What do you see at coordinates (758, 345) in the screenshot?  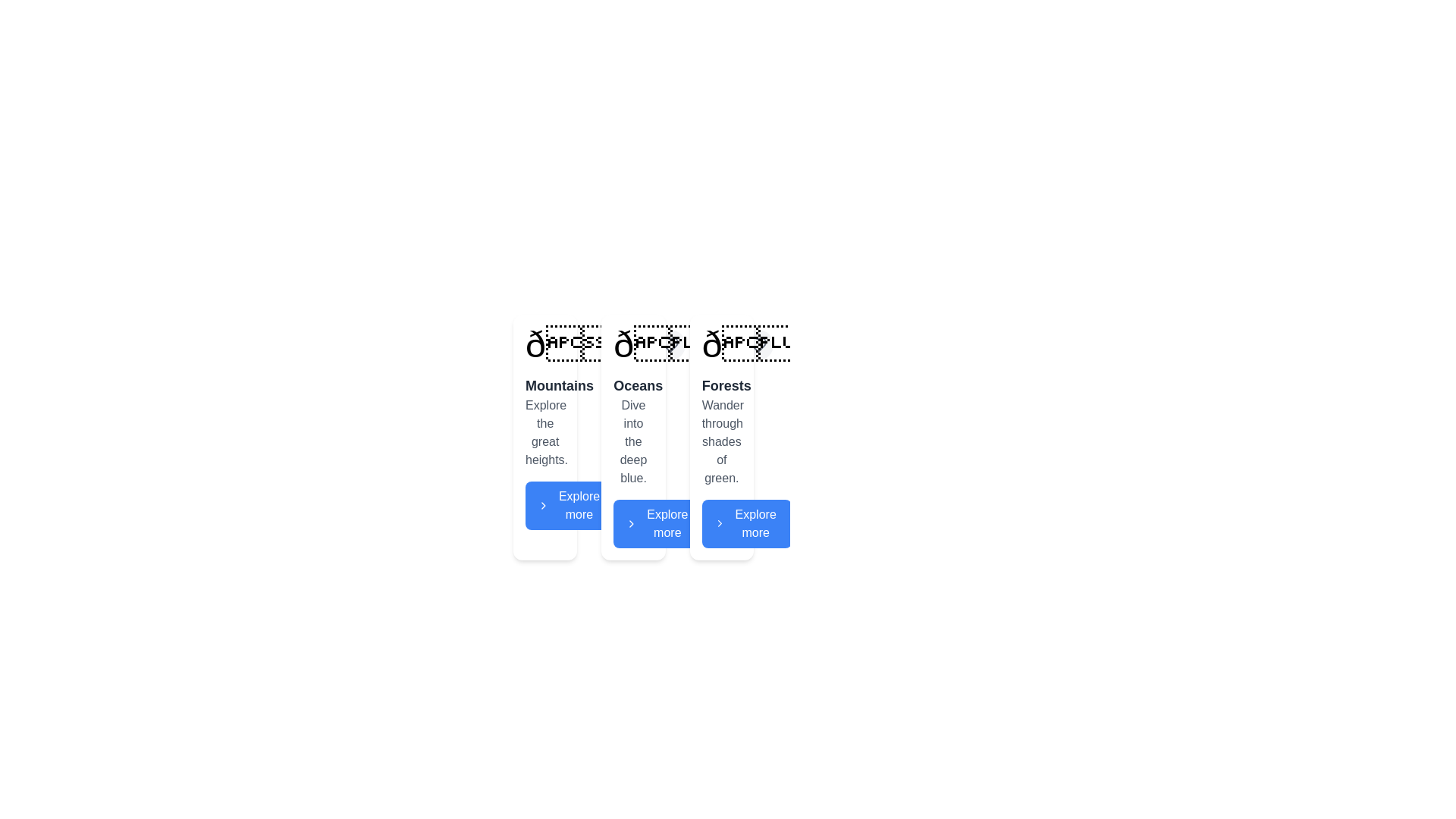 I see `the 'like' or 'favorite' button located at the top-right corner of the 'Forests' card` at bounding box center [758, 345].